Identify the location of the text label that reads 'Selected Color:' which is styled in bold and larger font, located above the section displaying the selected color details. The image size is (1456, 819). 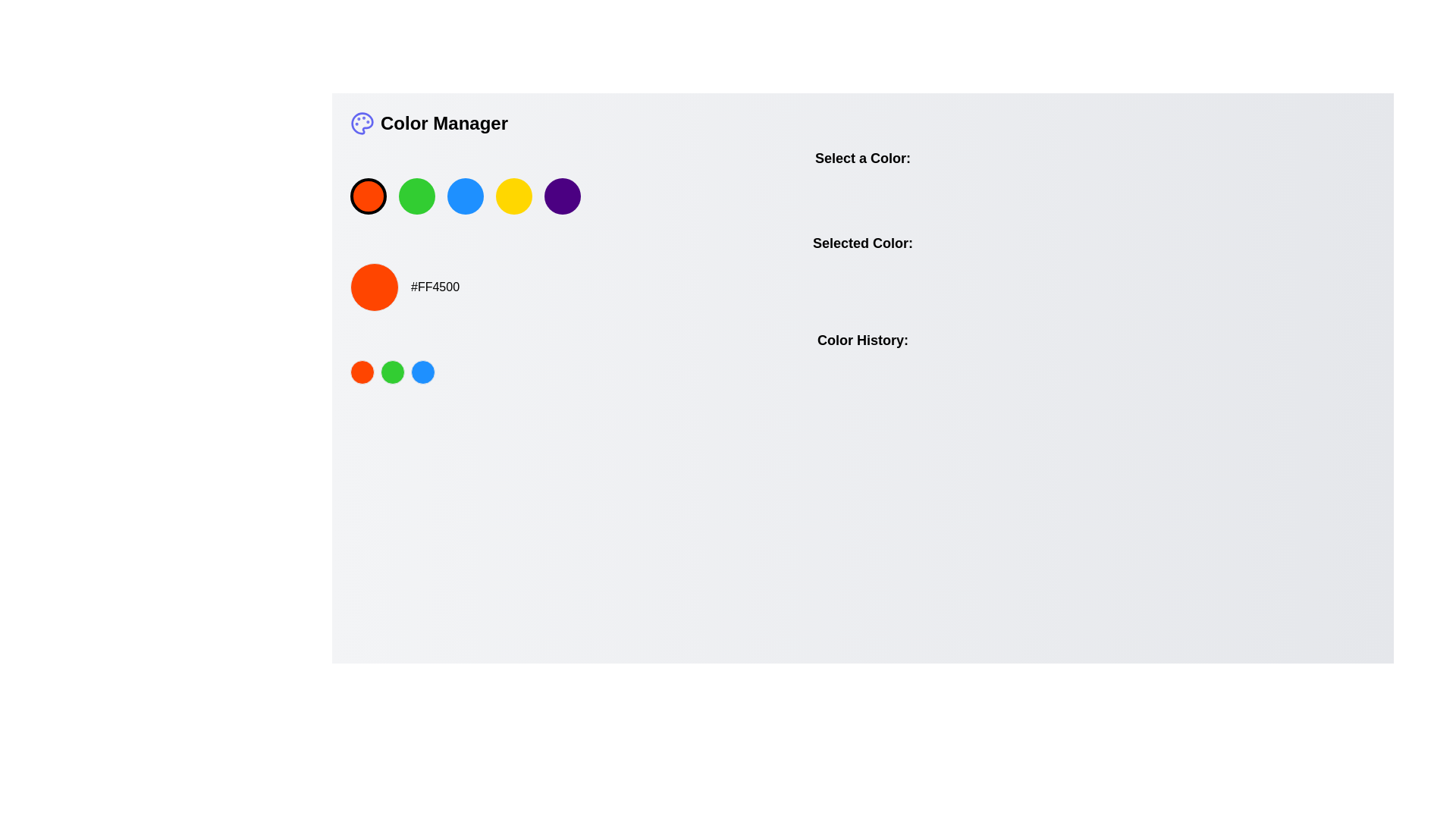
(862, 242).